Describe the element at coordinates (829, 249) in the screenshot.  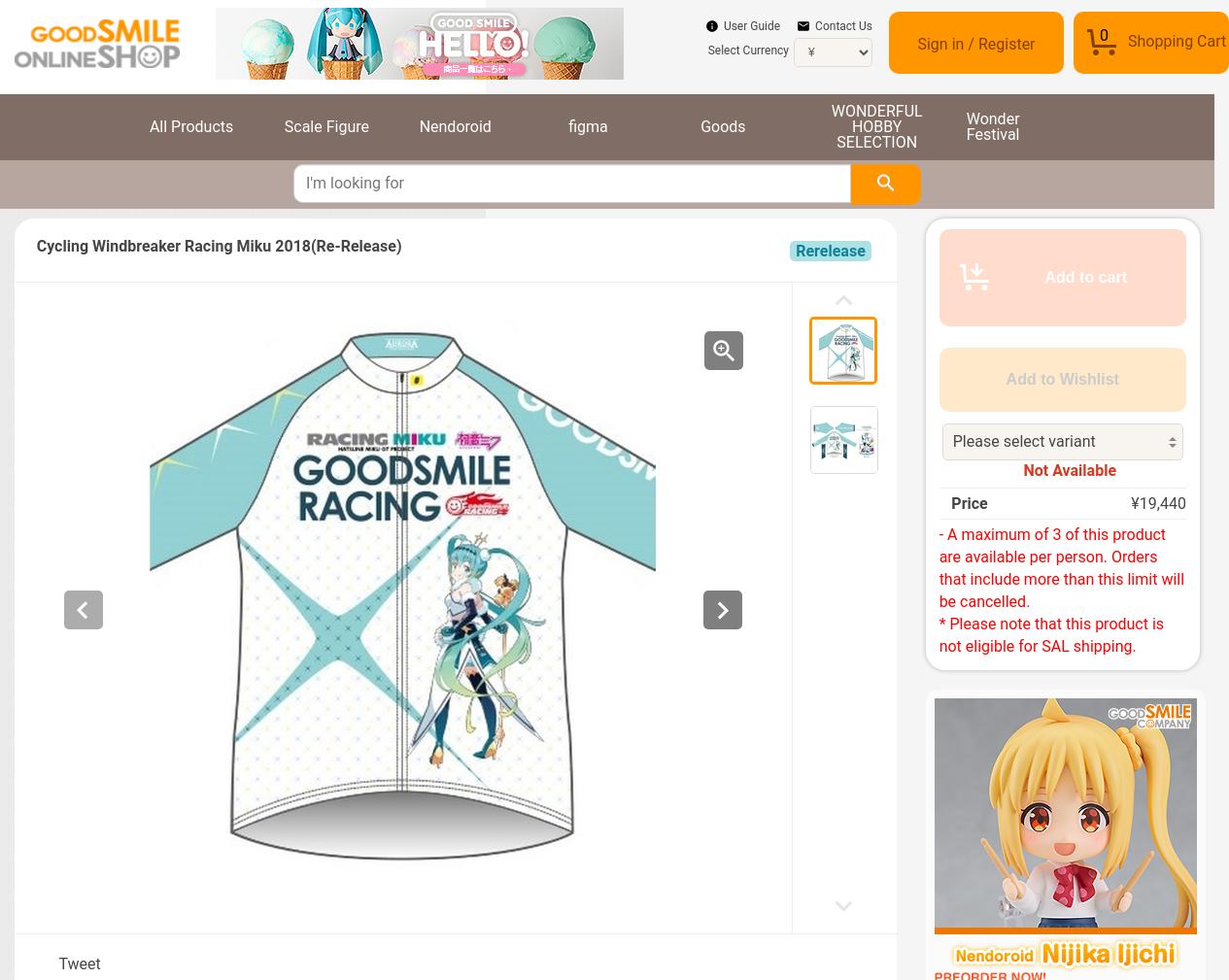
I see `'Rerelease'` at that location.